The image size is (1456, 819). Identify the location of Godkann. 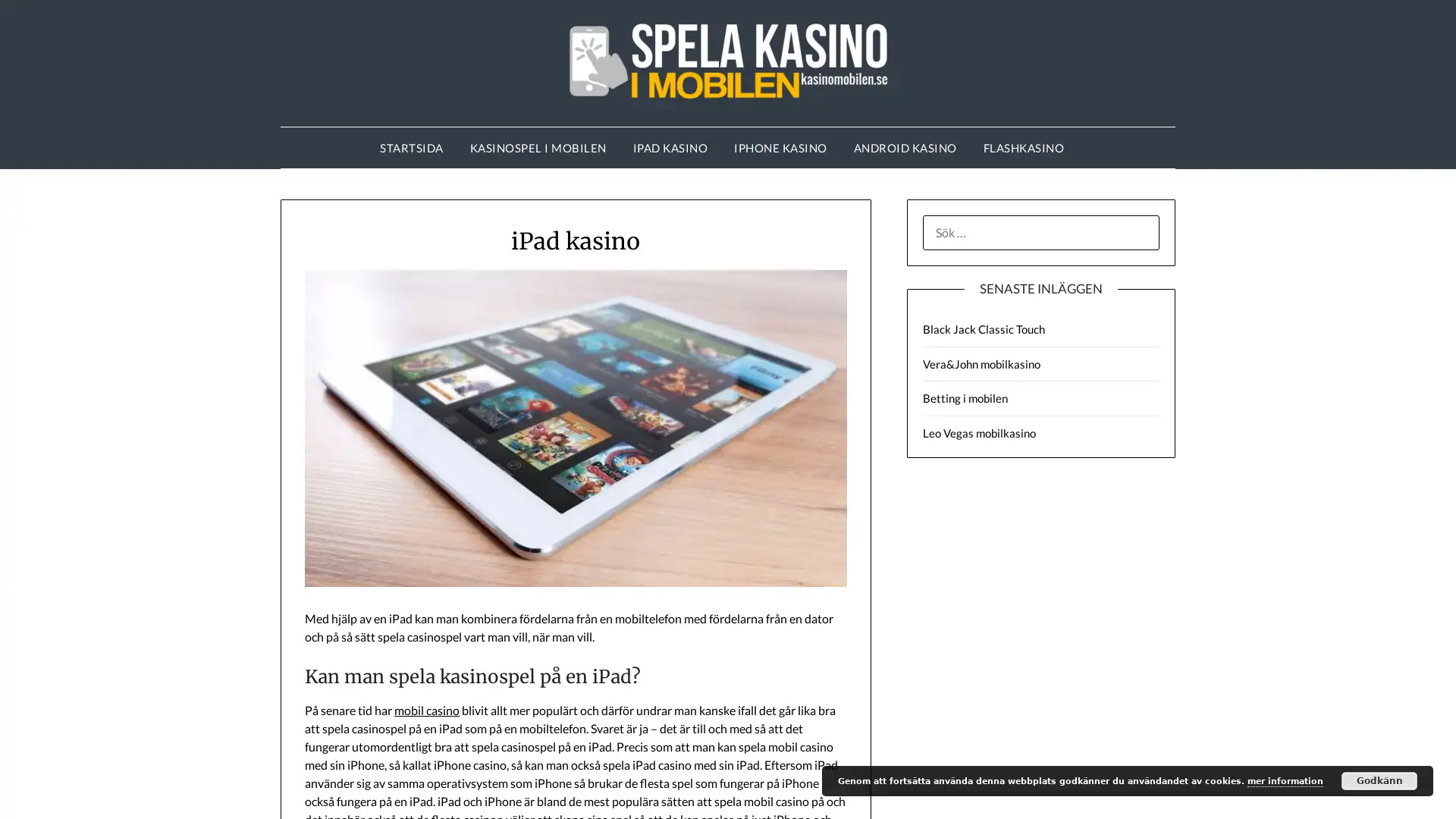
(1379, 780).